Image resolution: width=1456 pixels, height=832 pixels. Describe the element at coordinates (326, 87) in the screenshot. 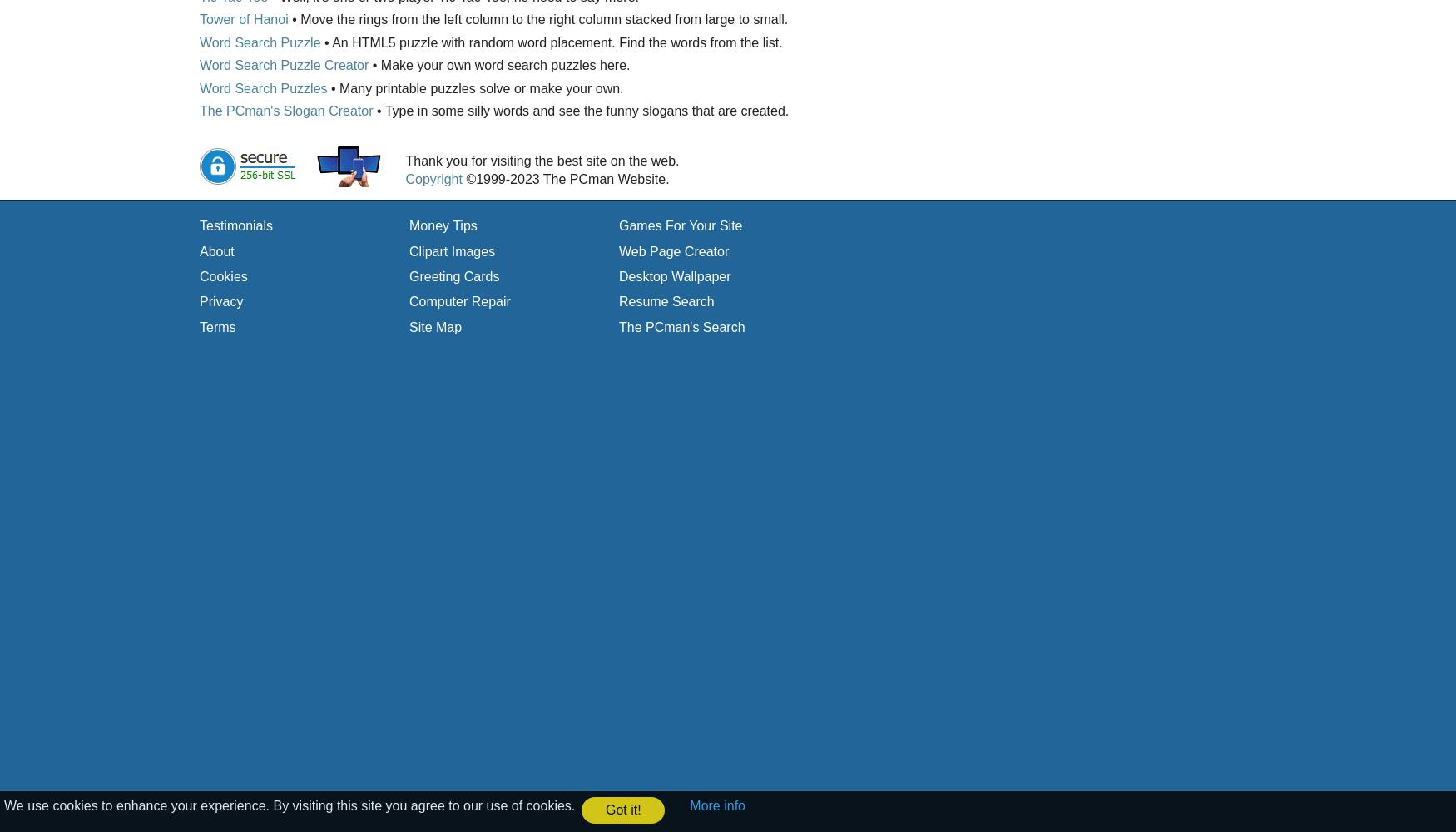

I see `'• Many printable puzzles solve or make your own.'` at that location.